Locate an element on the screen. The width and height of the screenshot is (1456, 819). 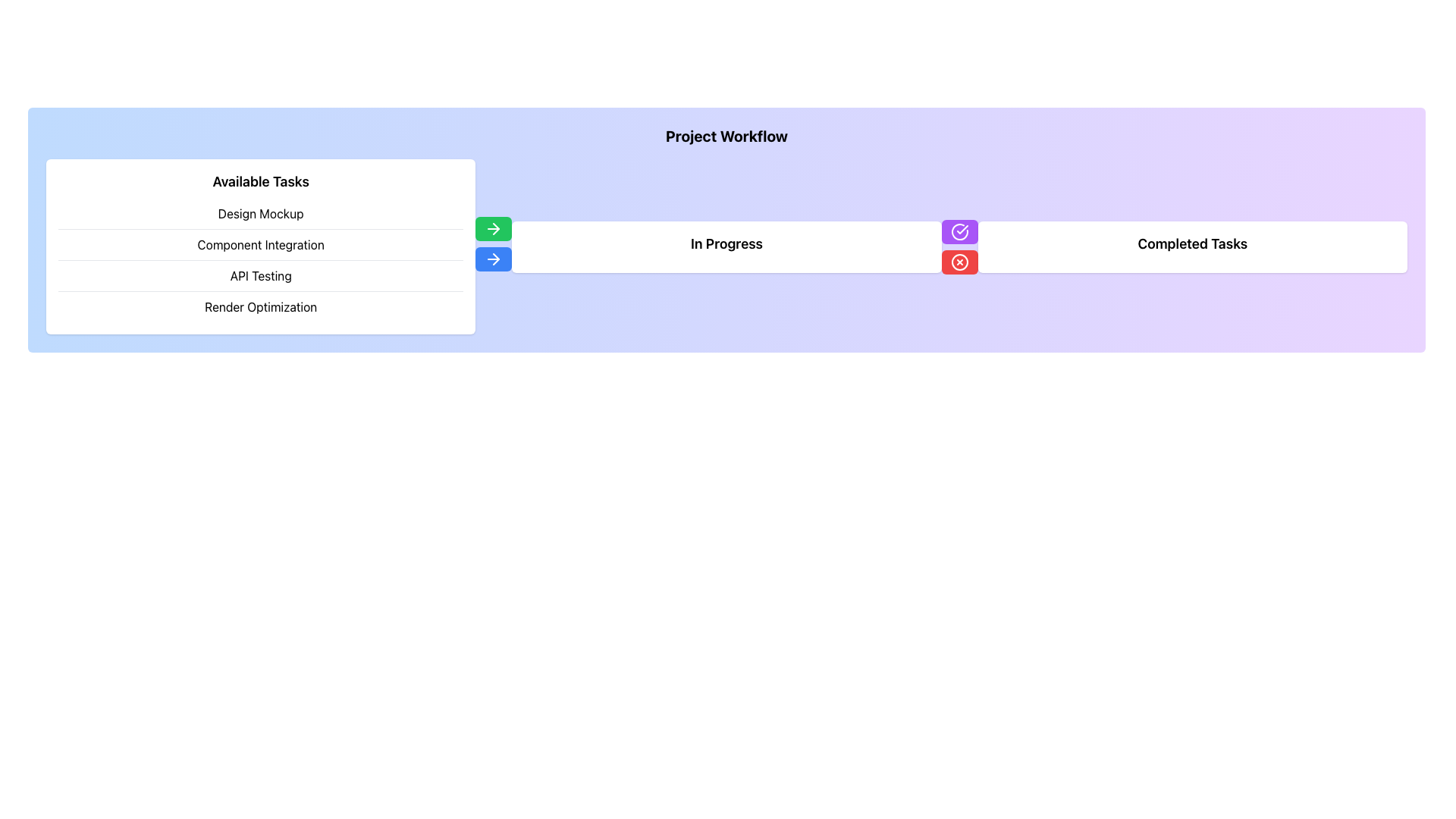
the composite control element containing the task completion and cancellation buttons is located at coordinates (959, 246).